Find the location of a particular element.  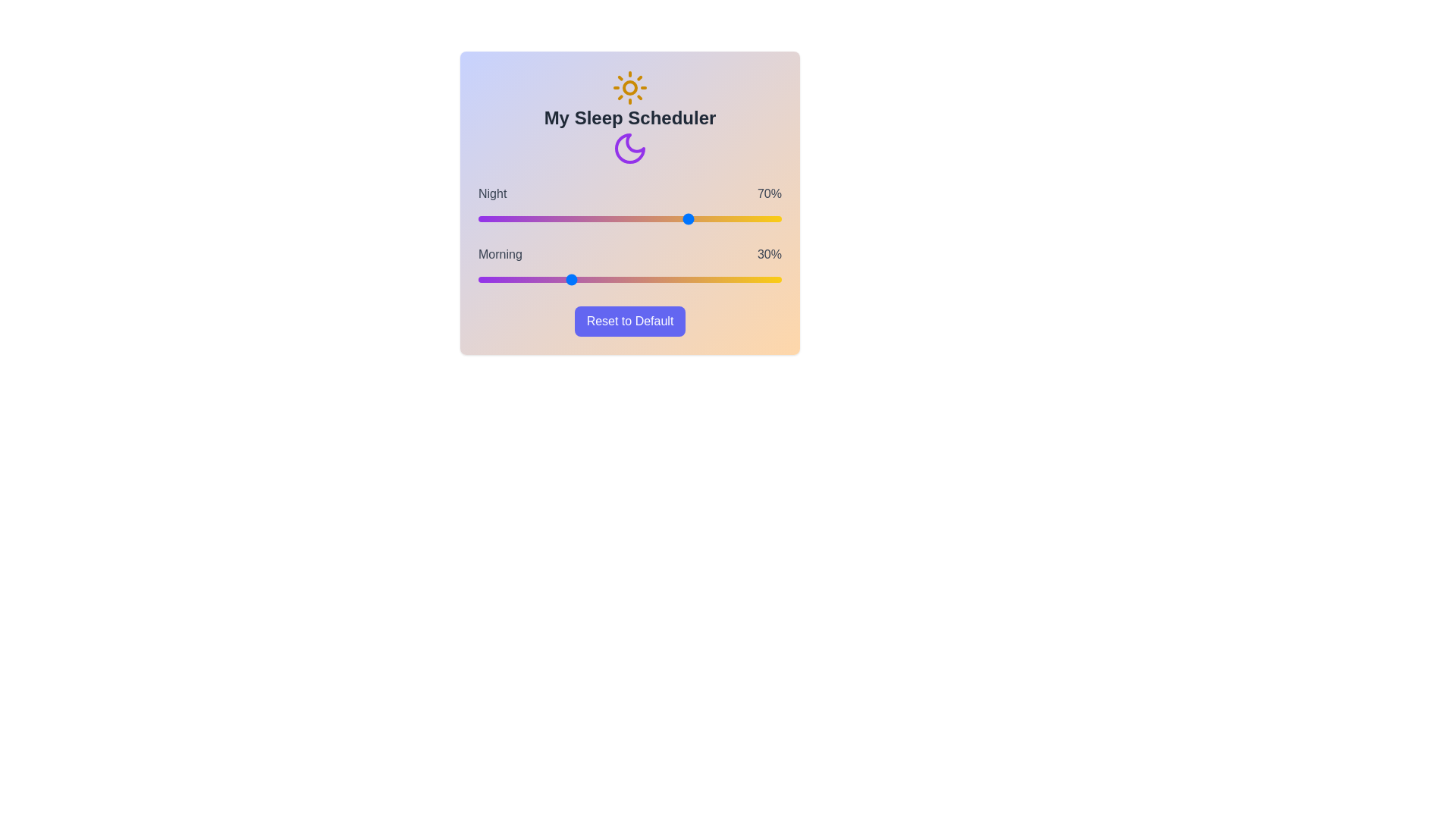

the 'Morning' slider to 13% is located at coordinates (517, 280).